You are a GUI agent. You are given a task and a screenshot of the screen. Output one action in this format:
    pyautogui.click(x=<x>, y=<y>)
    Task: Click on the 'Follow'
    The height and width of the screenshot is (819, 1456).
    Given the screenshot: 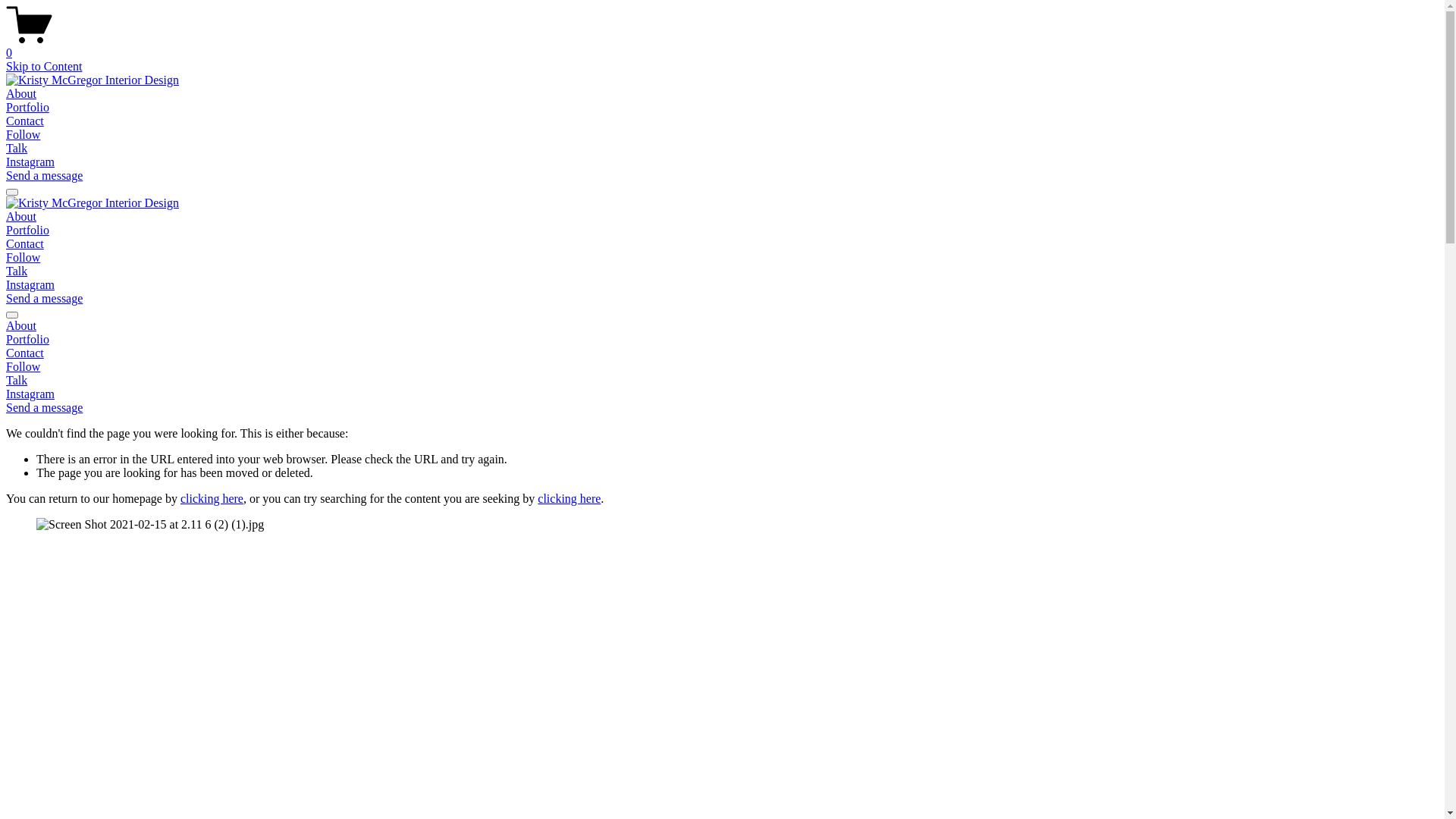 What is the action you would take?
    pyautogui.click(x=23, y=366)
    